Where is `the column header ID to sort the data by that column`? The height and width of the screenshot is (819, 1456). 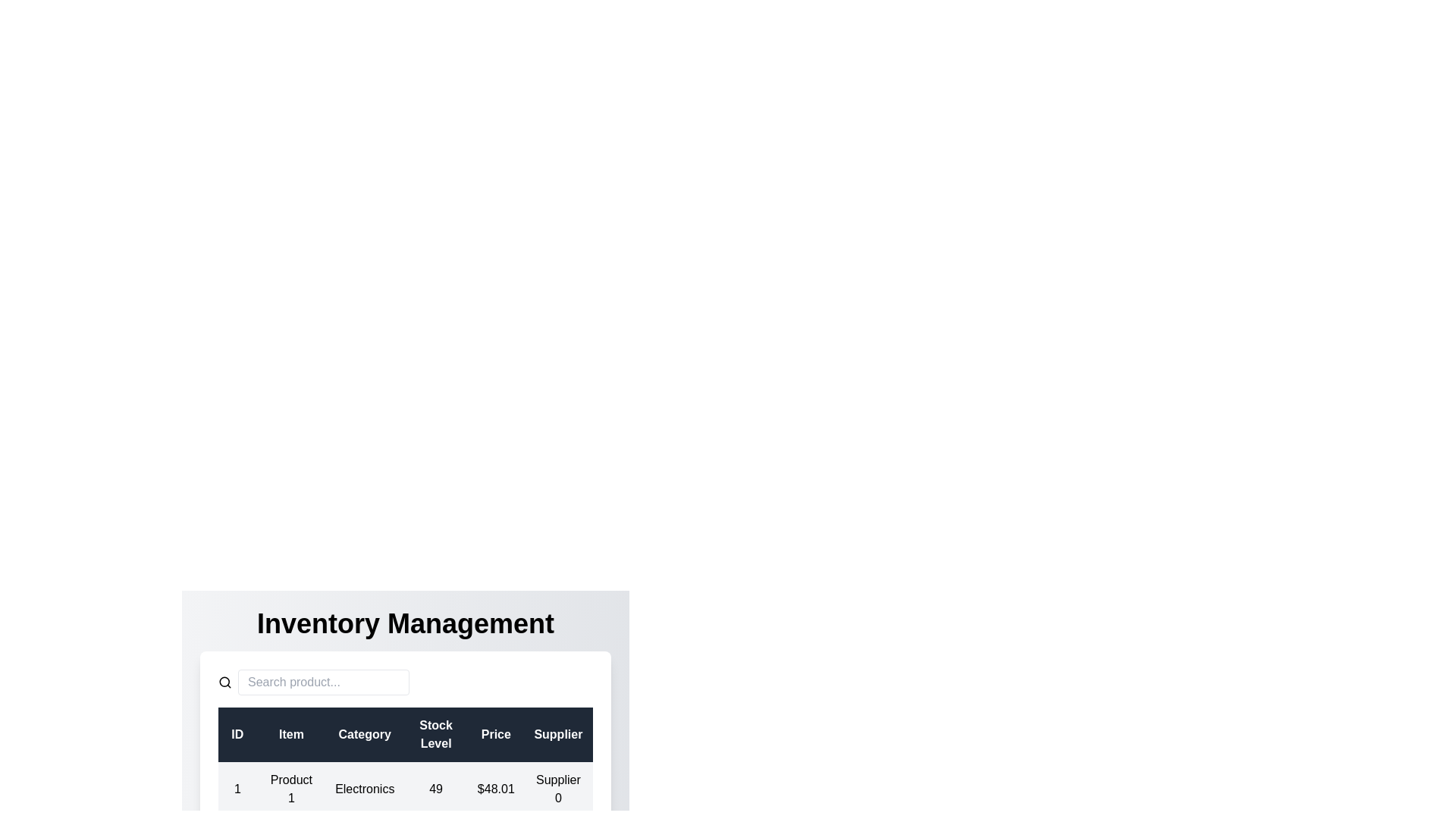 the column header ID to sort the data by that column is located at coordinates (236, 733).